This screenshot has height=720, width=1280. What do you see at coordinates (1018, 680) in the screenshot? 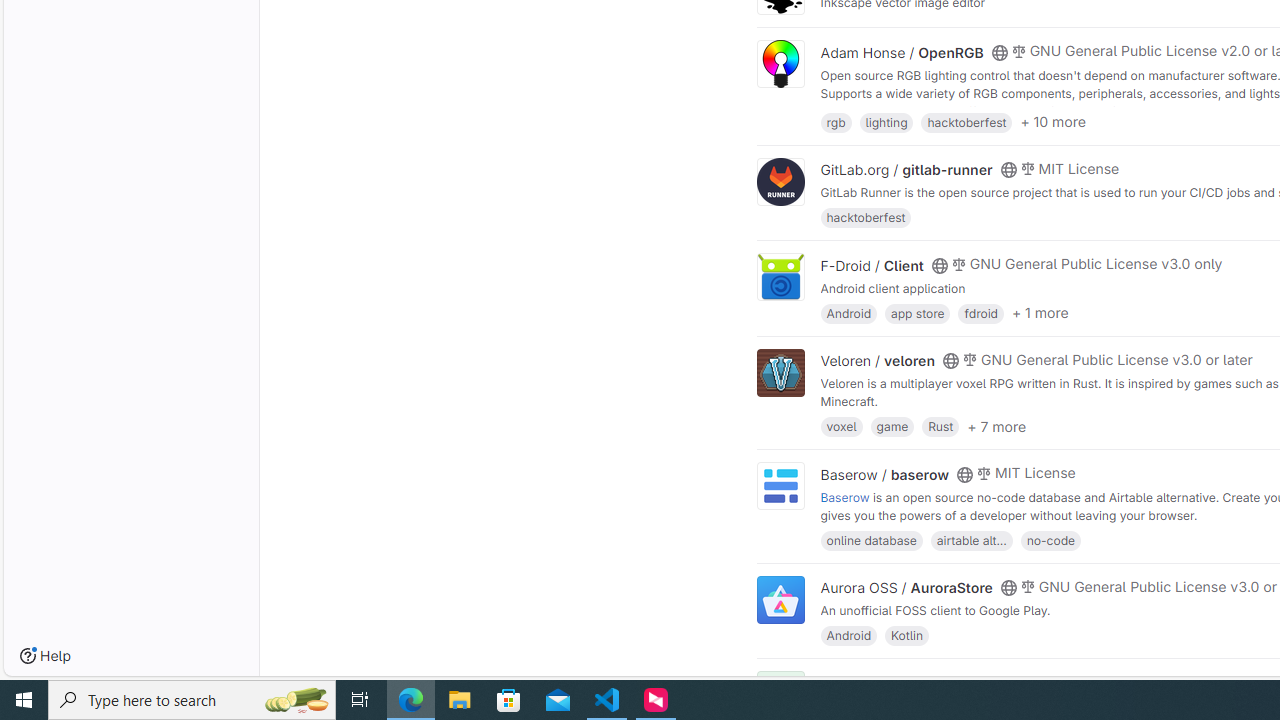
I see `'Class: s14 gl-mr-2'` at bounding box center [1018, 680].